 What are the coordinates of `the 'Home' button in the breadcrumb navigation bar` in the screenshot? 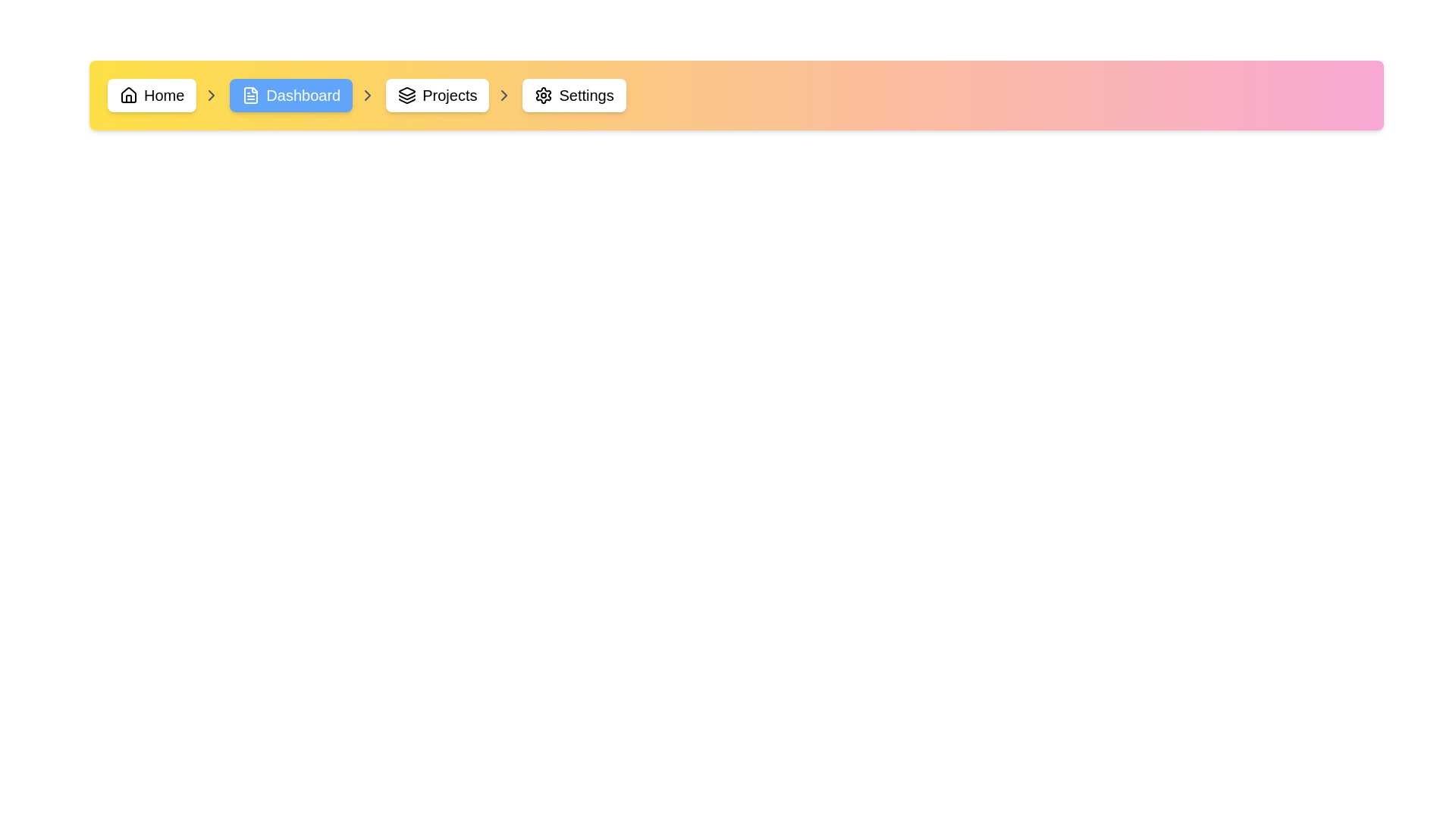 It's located at (152, 96).